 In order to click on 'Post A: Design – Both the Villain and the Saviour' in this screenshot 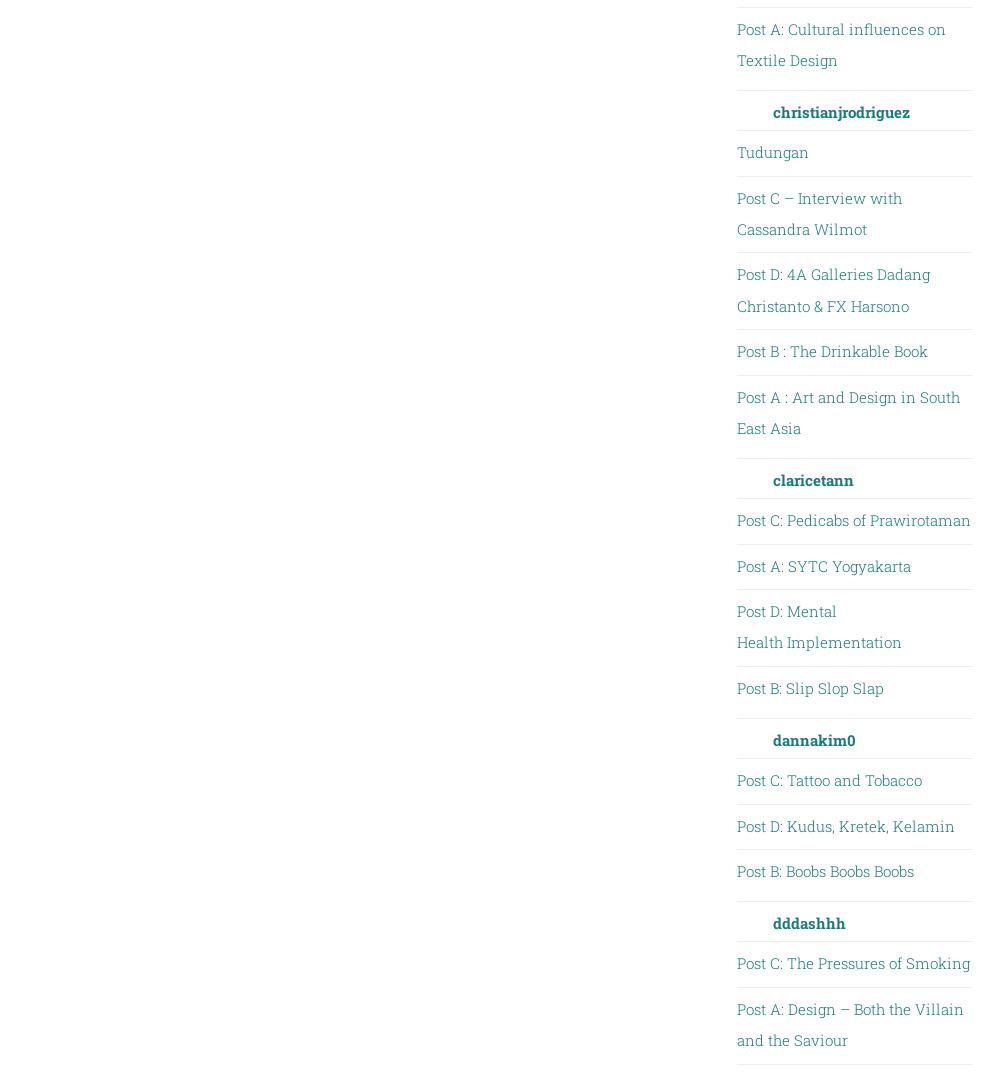, I will do `click(848, 1022)`.